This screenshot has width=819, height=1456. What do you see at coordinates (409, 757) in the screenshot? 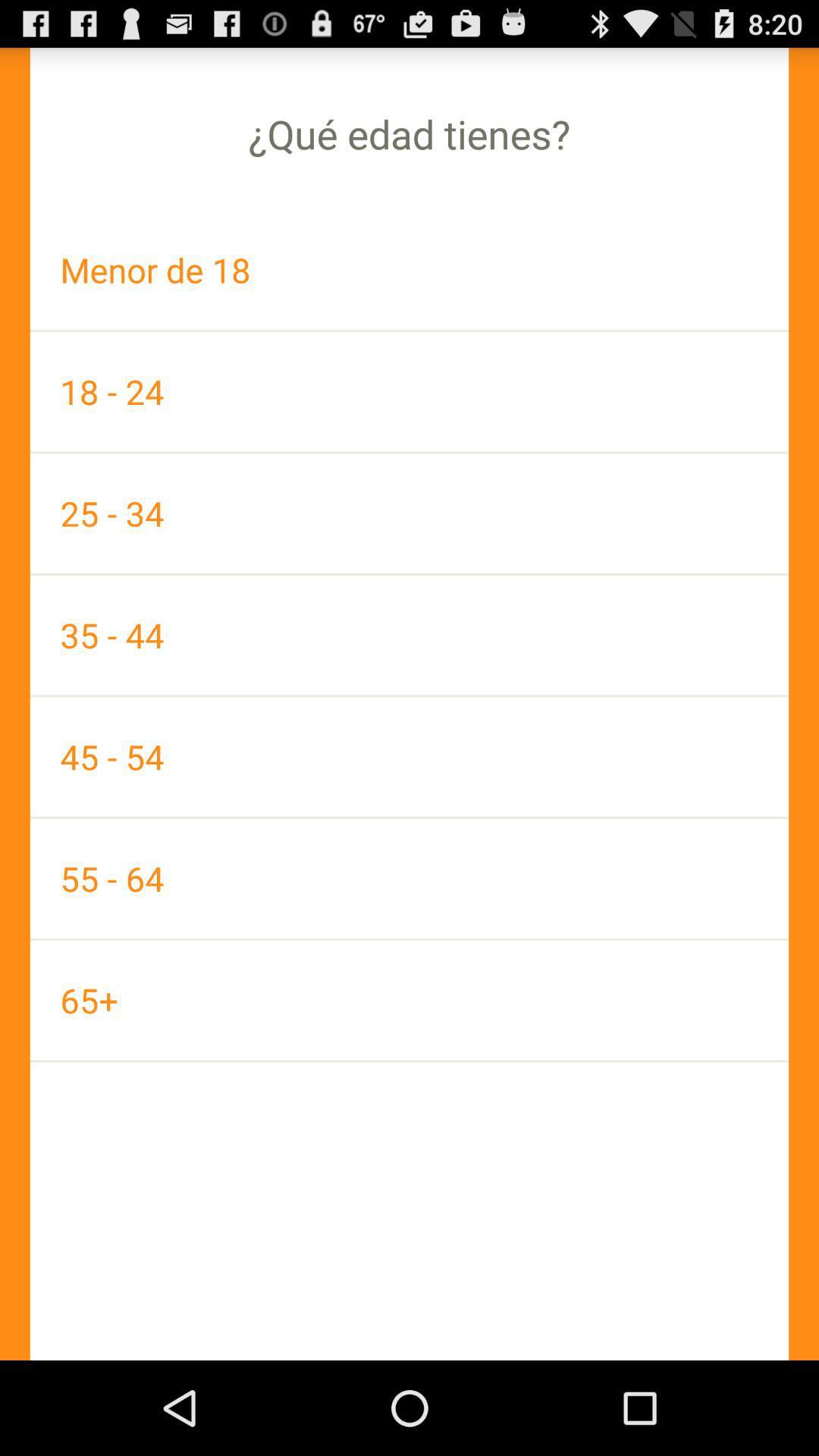
I see `icon above 55 - 64` at bounding box center [409, 757].